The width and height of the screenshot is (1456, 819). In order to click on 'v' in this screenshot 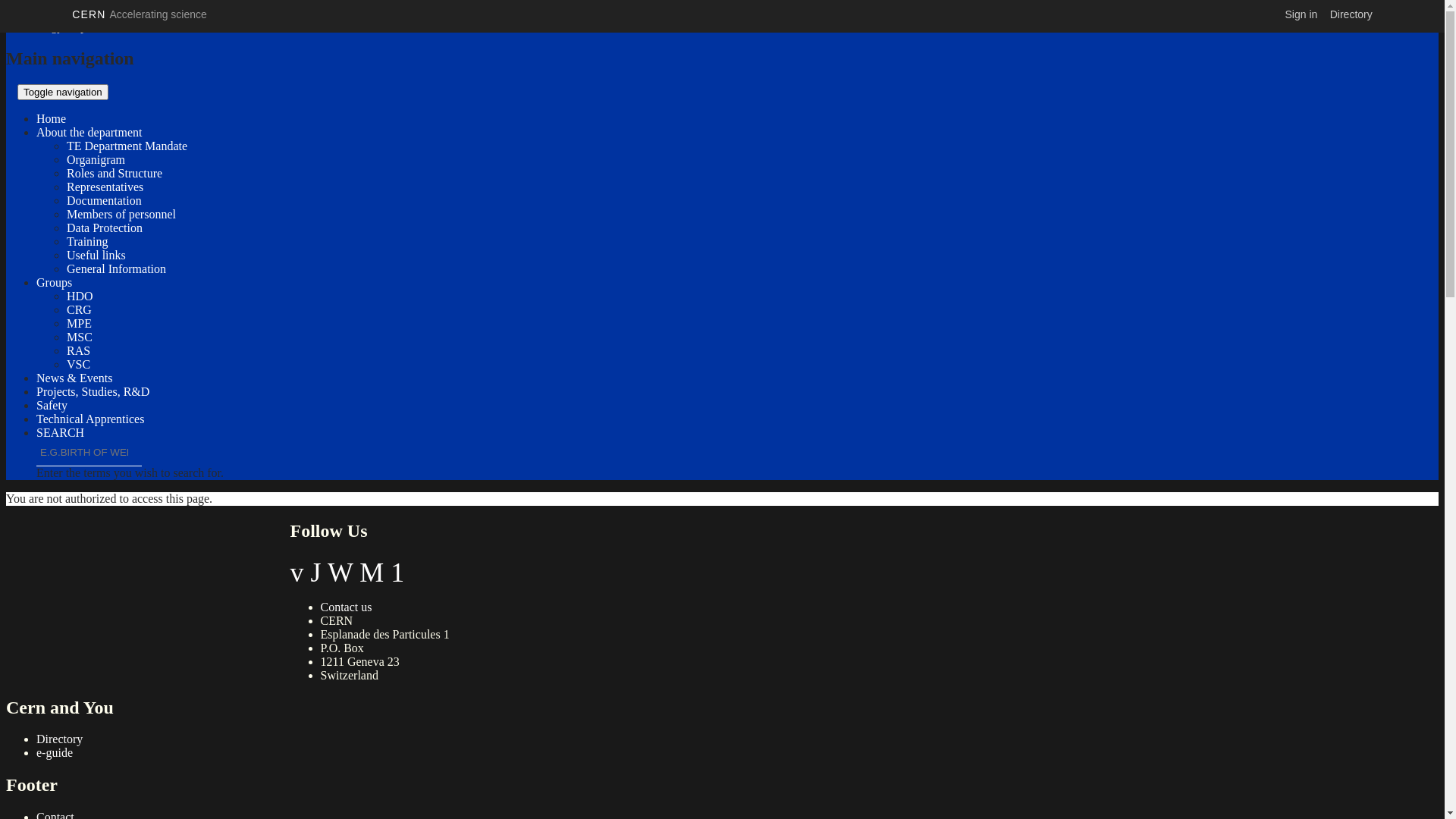, I will do `click(296, 573)`.